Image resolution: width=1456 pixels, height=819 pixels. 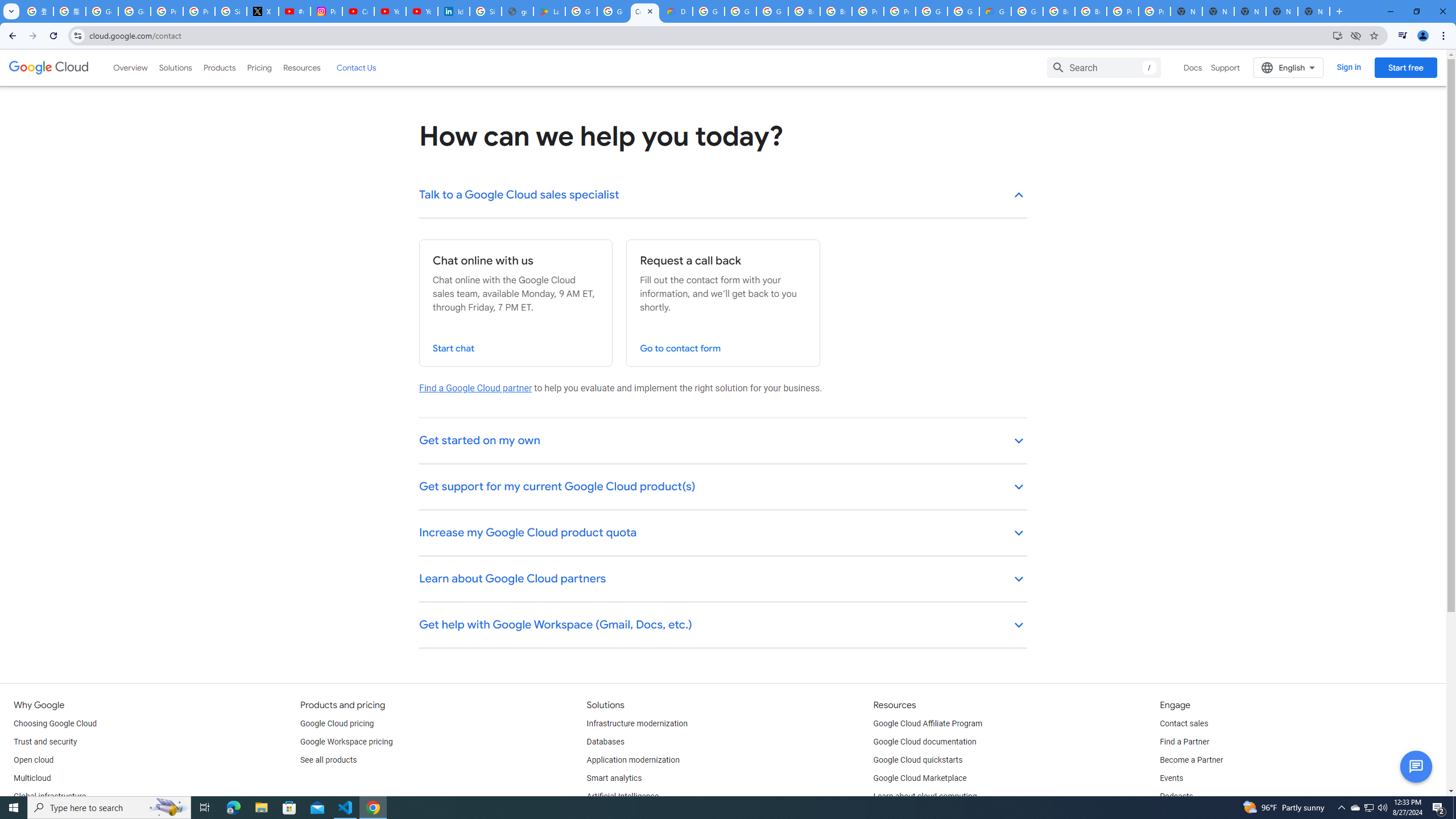 I want to click on 'See all products', so click(x=328, y=760).